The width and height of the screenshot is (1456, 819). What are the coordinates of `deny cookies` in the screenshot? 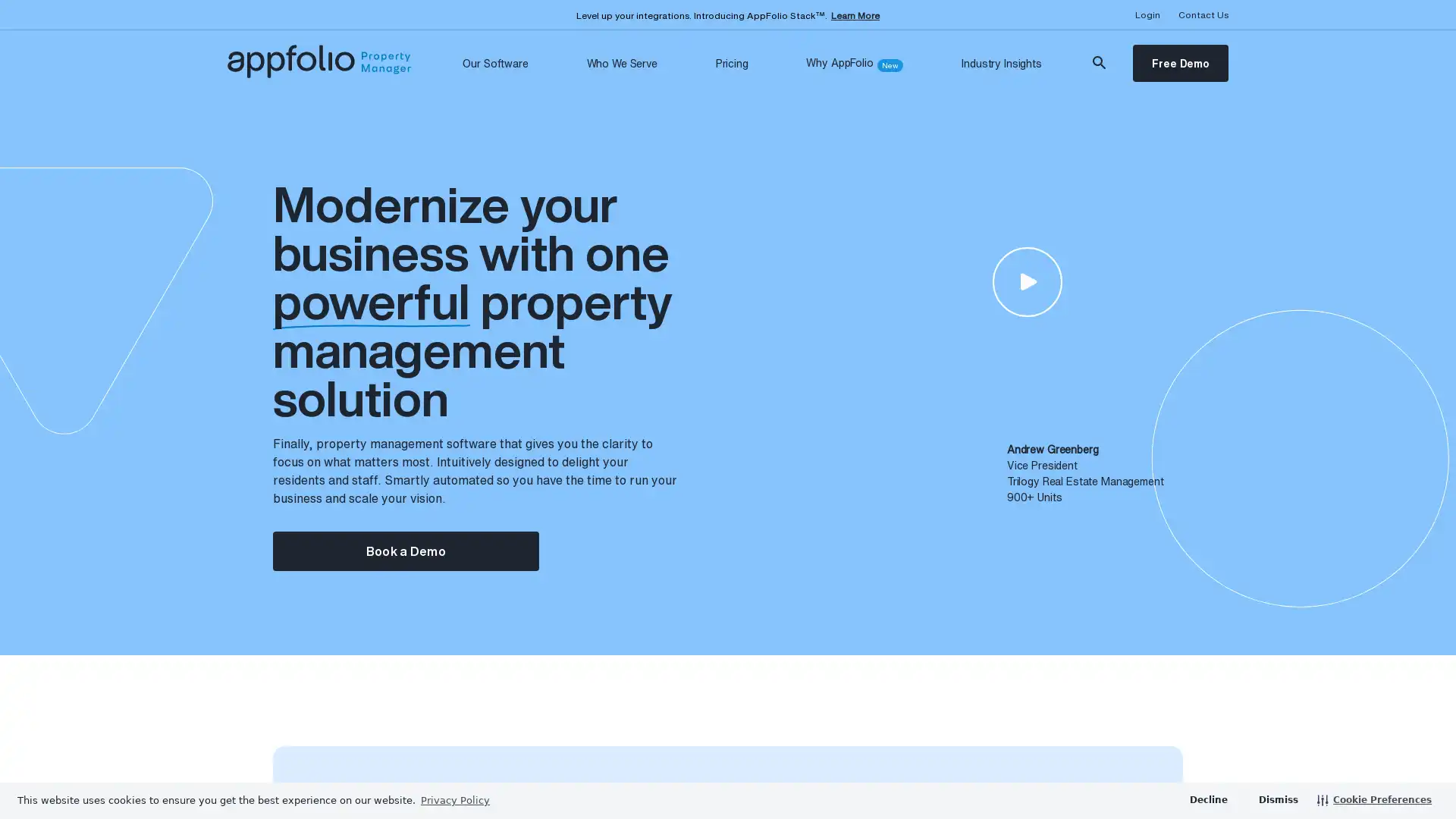 It's located at (1207, 799).